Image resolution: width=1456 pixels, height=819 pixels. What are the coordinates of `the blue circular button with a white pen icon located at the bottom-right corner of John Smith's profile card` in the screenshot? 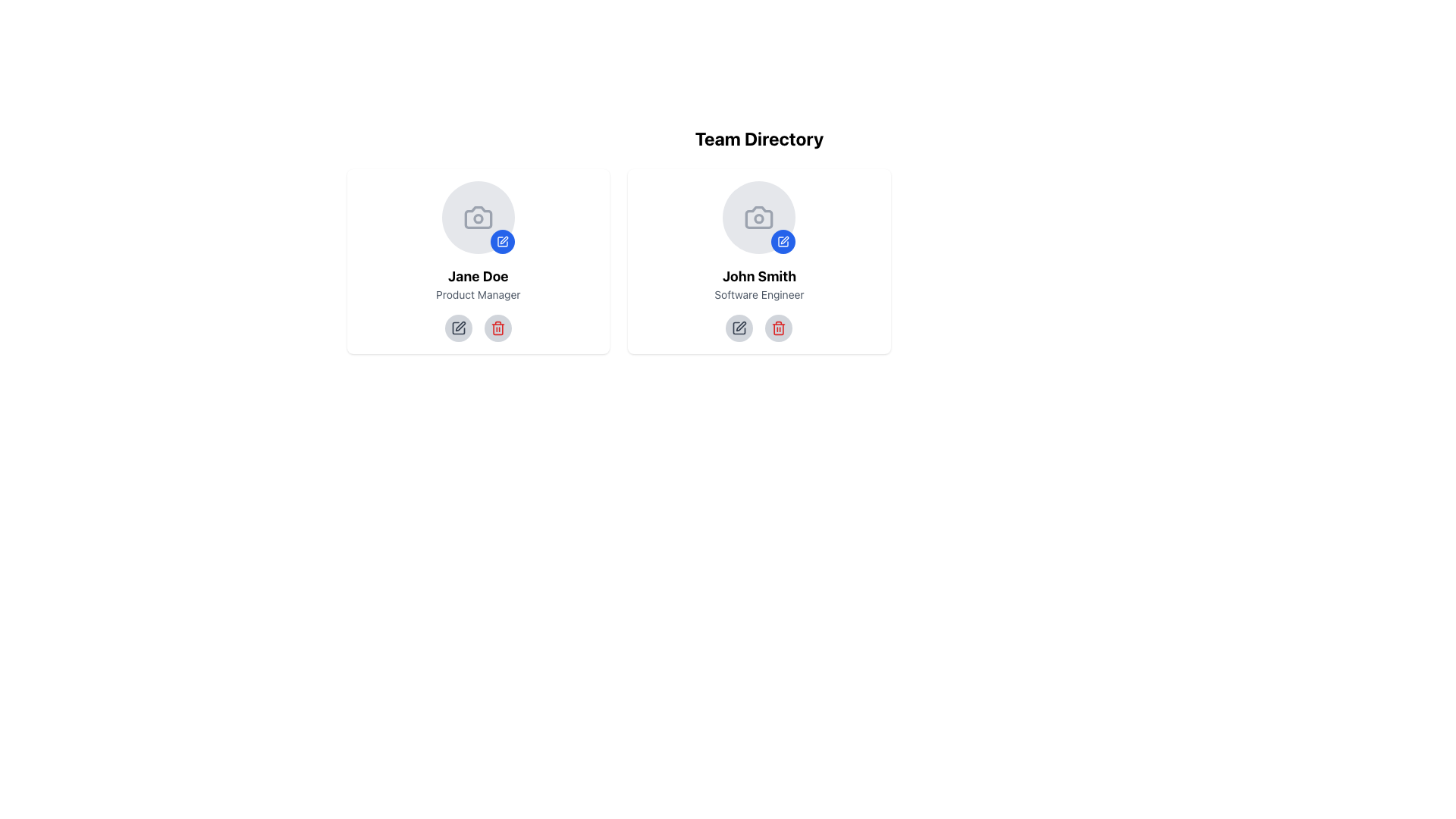 It's located at (783, 241).